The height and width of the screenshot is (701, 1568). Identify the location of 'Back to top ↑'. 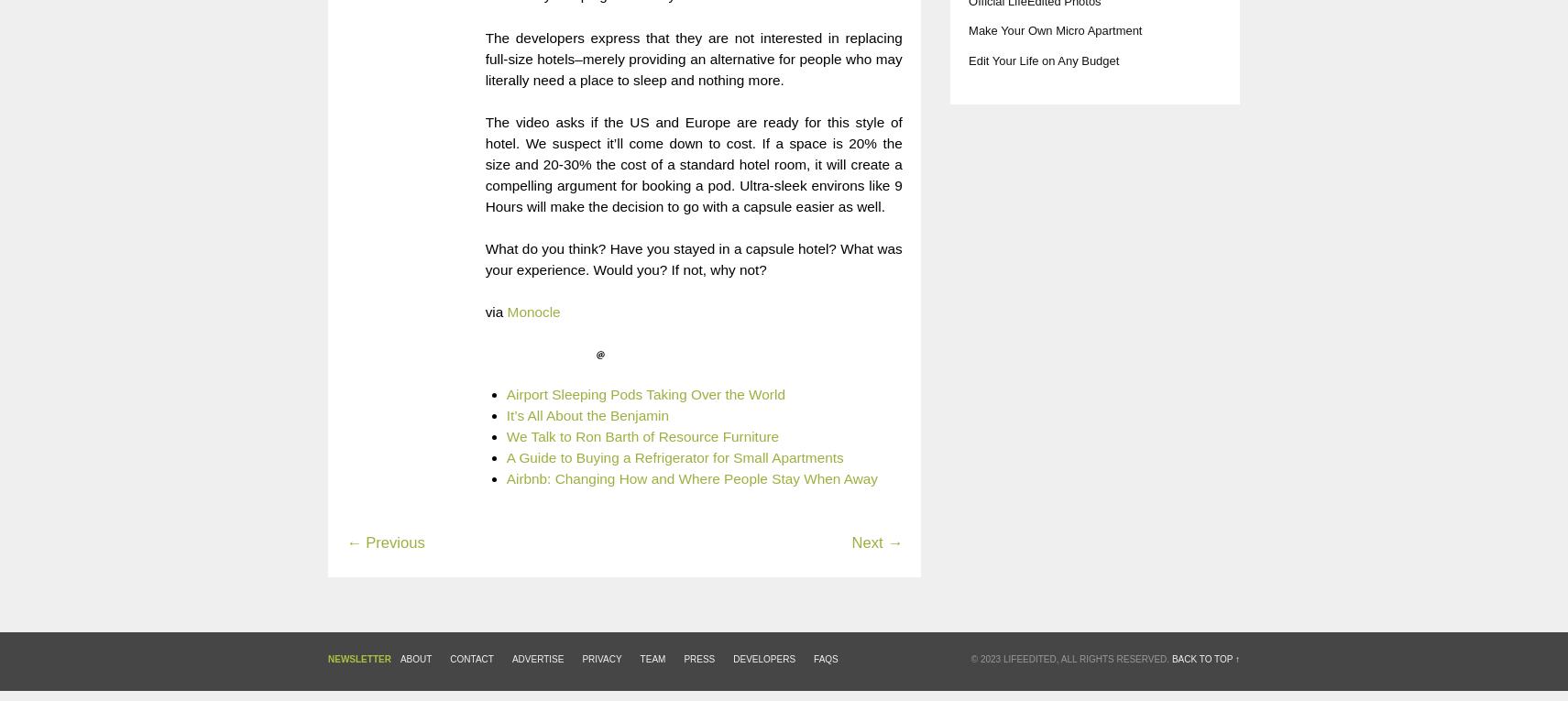
(1204, 658).